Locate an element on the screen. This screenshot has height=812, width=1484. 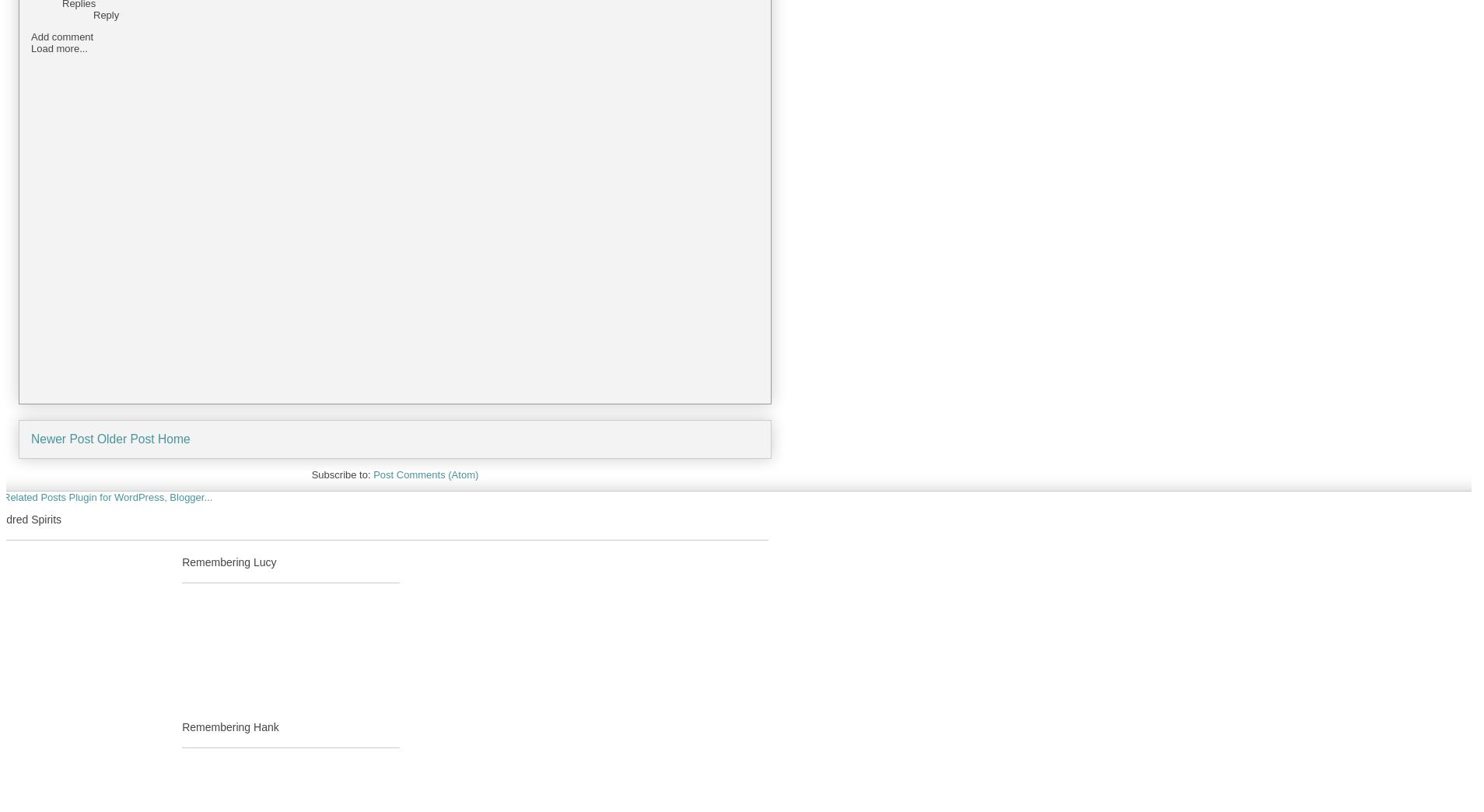
'Home' is located at coordinates (156, 438).